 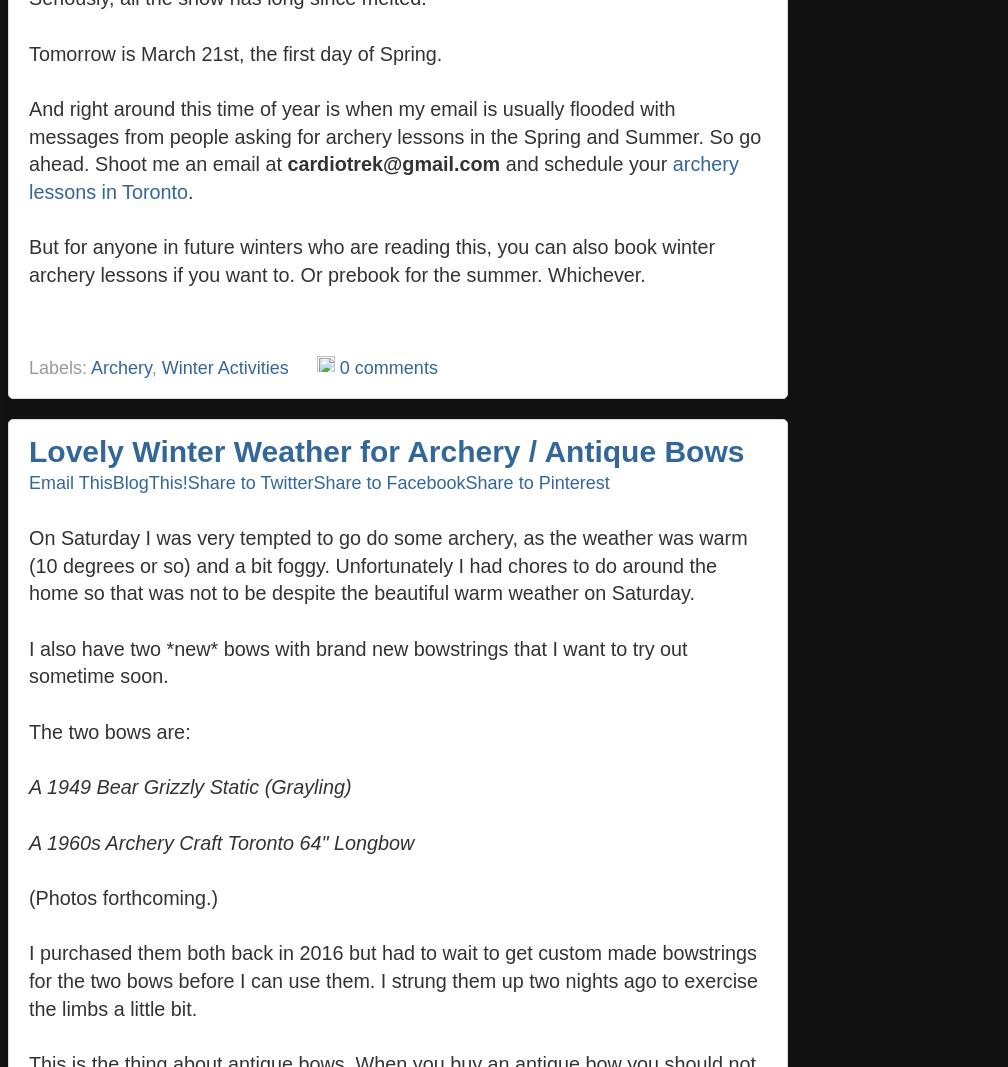 I want to click on 'Share to Facebook', so click(x=388, y=482).